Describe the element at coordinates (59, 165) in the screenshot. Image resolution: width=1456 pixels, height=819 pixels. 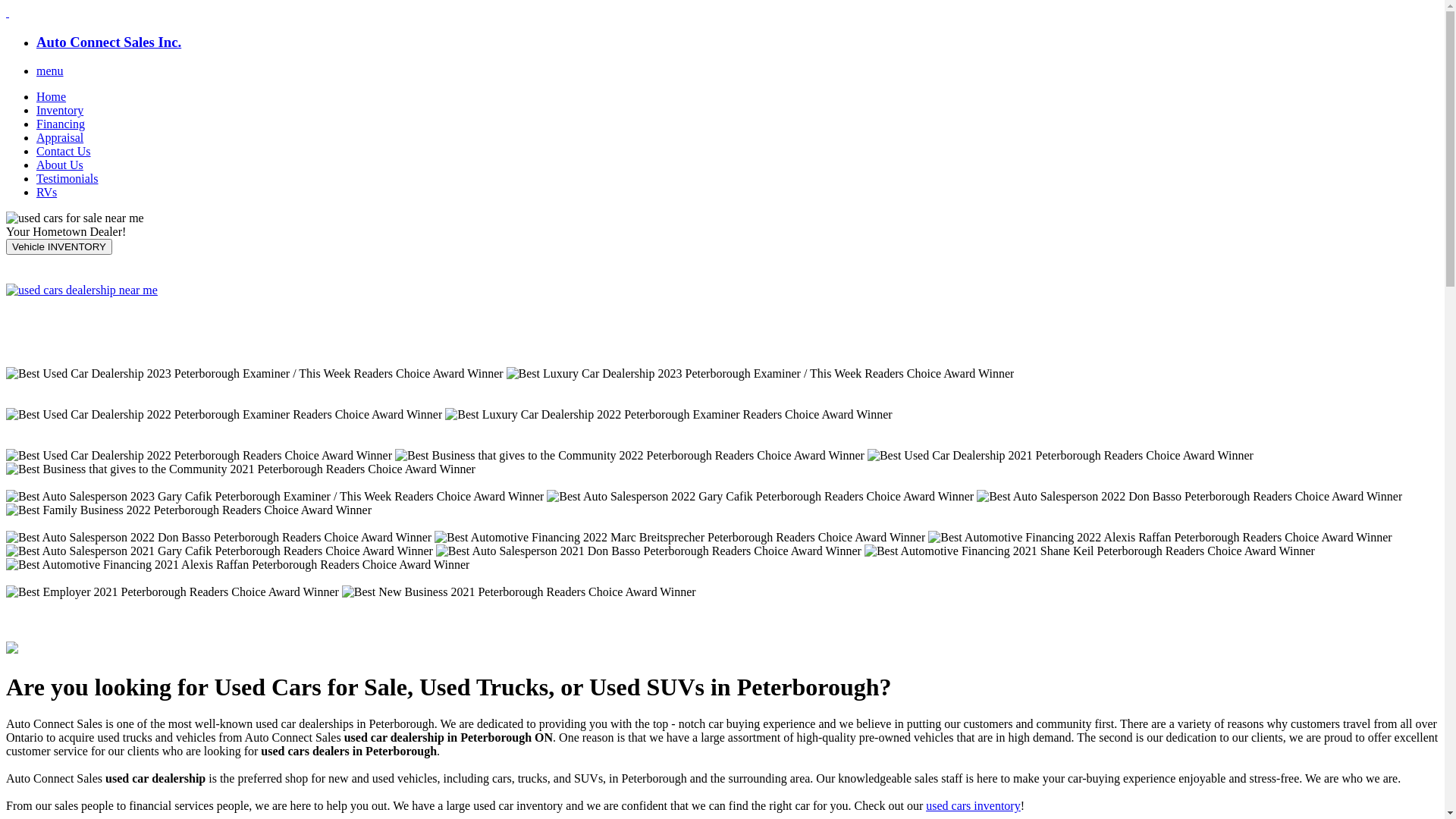
I see `'About Us'` at that location.